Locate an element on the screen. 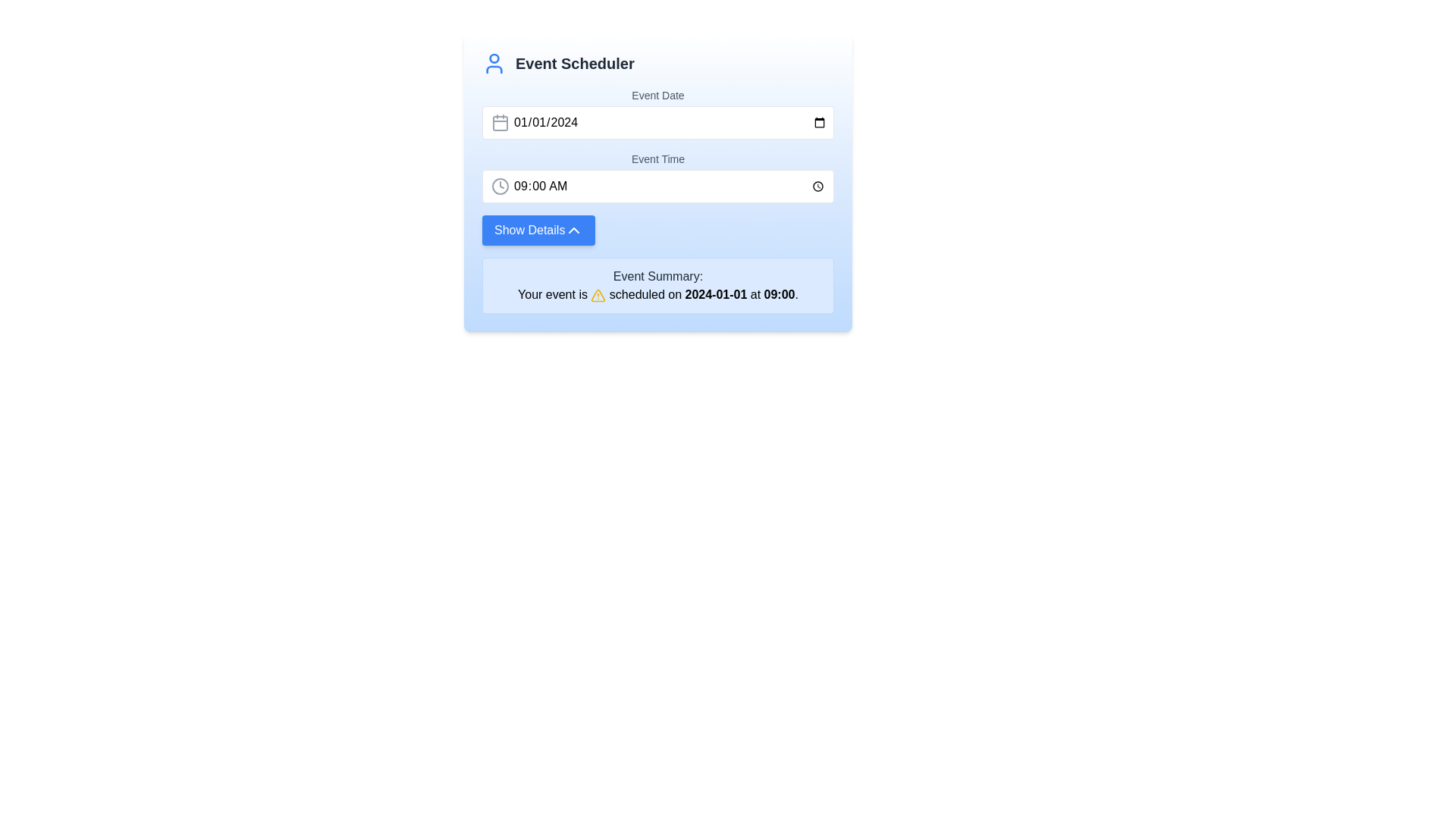 Image resolution: width=1456 pixels, height=819 pixels. the text label that conveys the scheduled time for the event, which is positioned at the end of the sentence 'Your event is scheduled on 2024-01-01 at 09:00.' within a light blue summary box is located at coordinates (779, 294).